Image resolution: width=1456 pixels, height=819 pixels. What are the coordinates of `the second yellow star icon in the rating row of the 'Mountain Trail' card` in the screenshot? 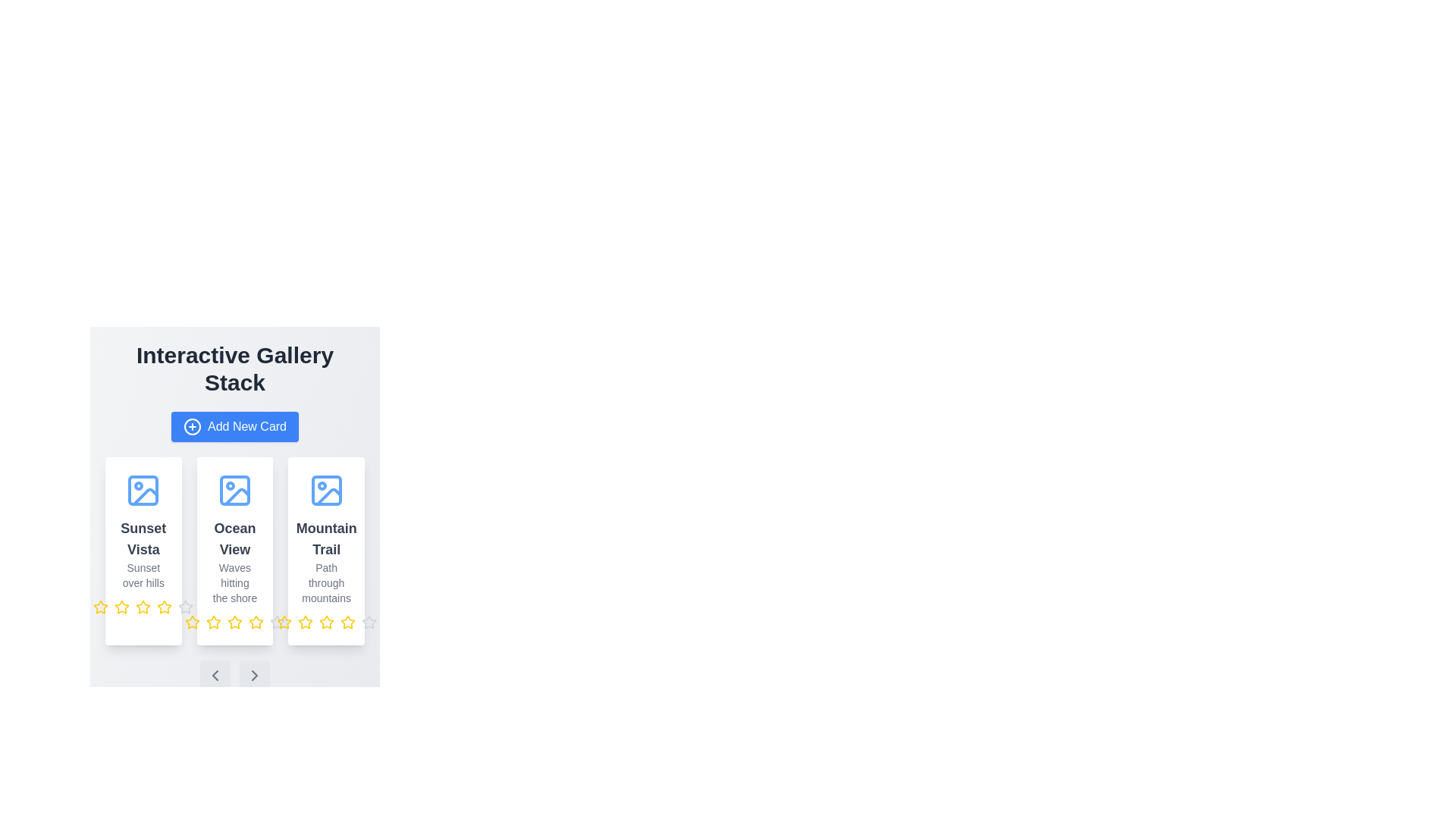 It's located at (304, 622).